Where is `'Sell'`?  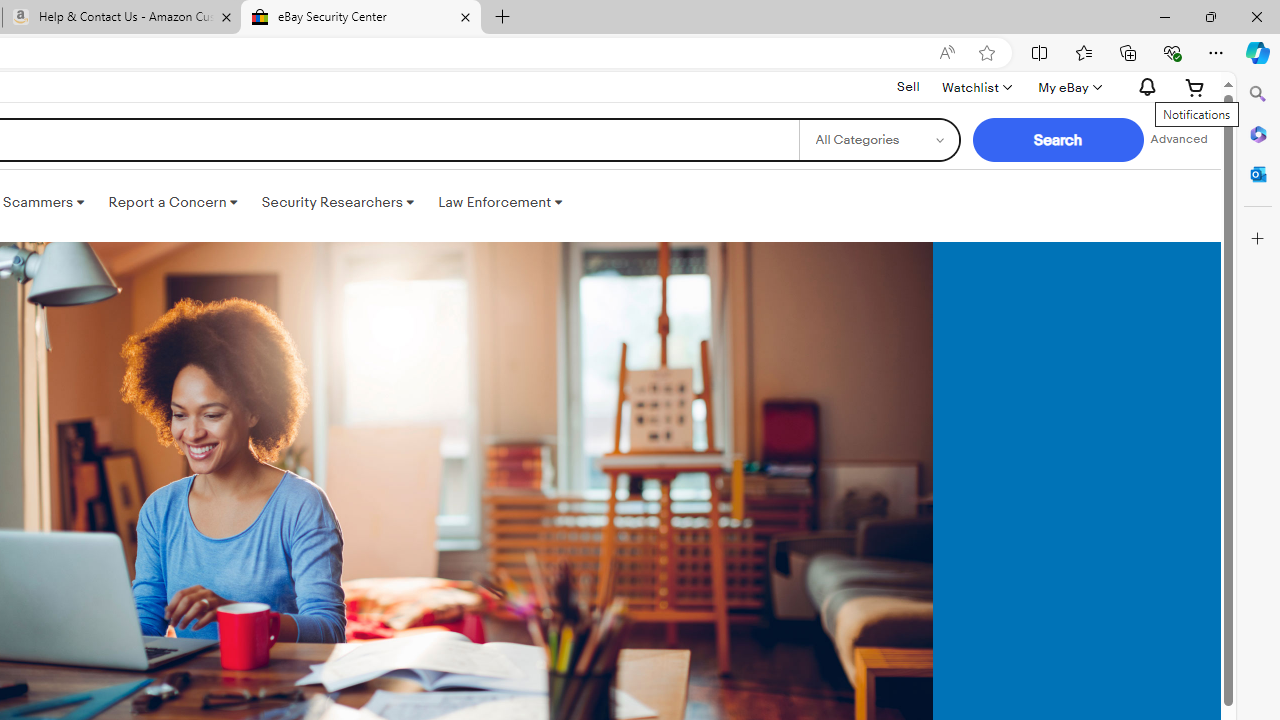
'Sell' is located at coordinates (907, 85).